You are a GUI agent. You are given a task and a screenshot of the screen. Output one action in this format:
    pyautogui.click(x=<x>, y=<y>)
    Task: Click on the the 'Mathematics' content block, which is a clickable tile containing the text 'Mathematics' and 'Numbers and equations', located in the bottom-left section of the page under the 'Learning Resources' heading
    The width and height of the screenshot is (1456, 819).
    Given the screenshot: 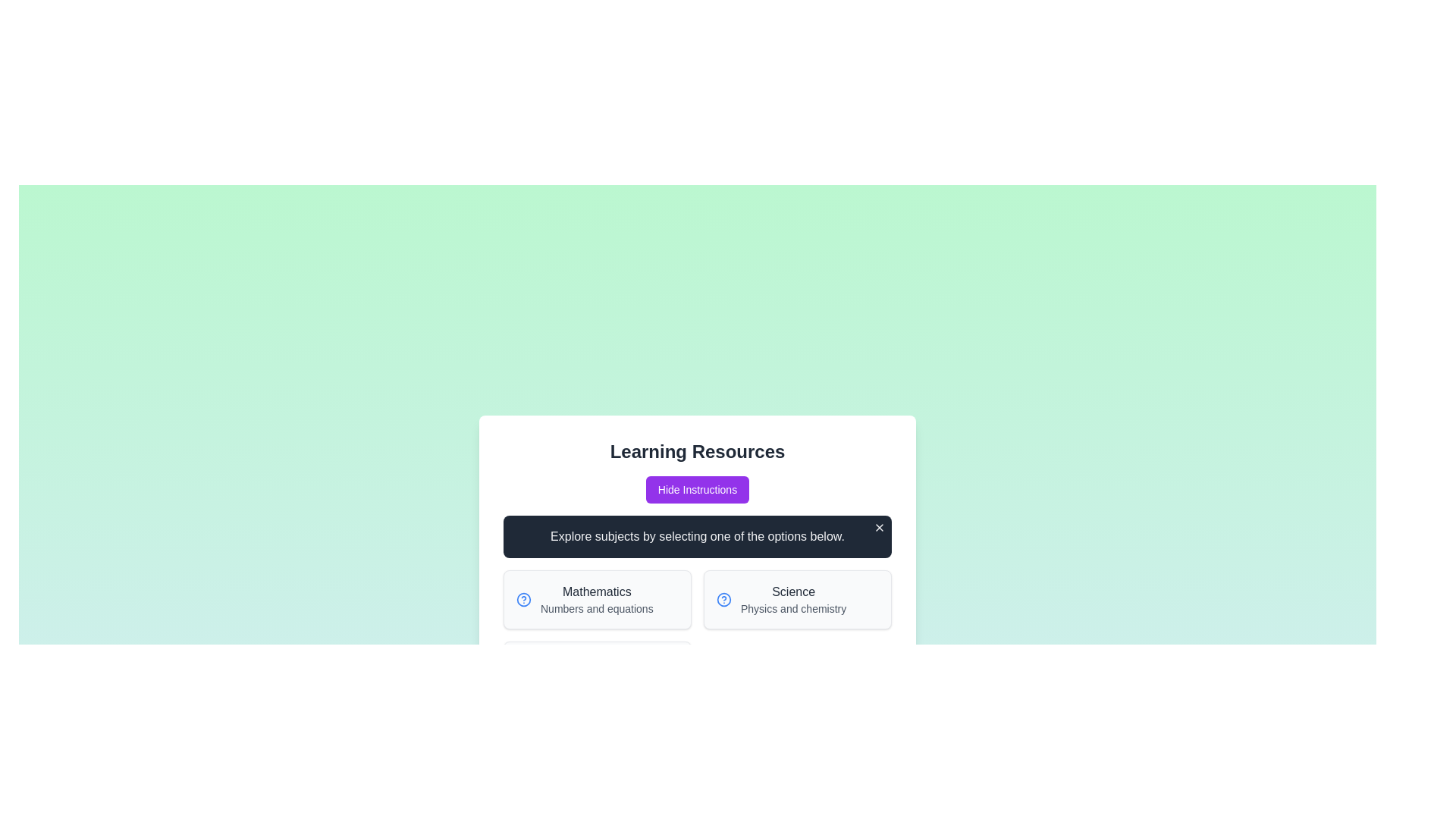 What is the action you would take?
    pyautogui.click(x=596, y=598)
    